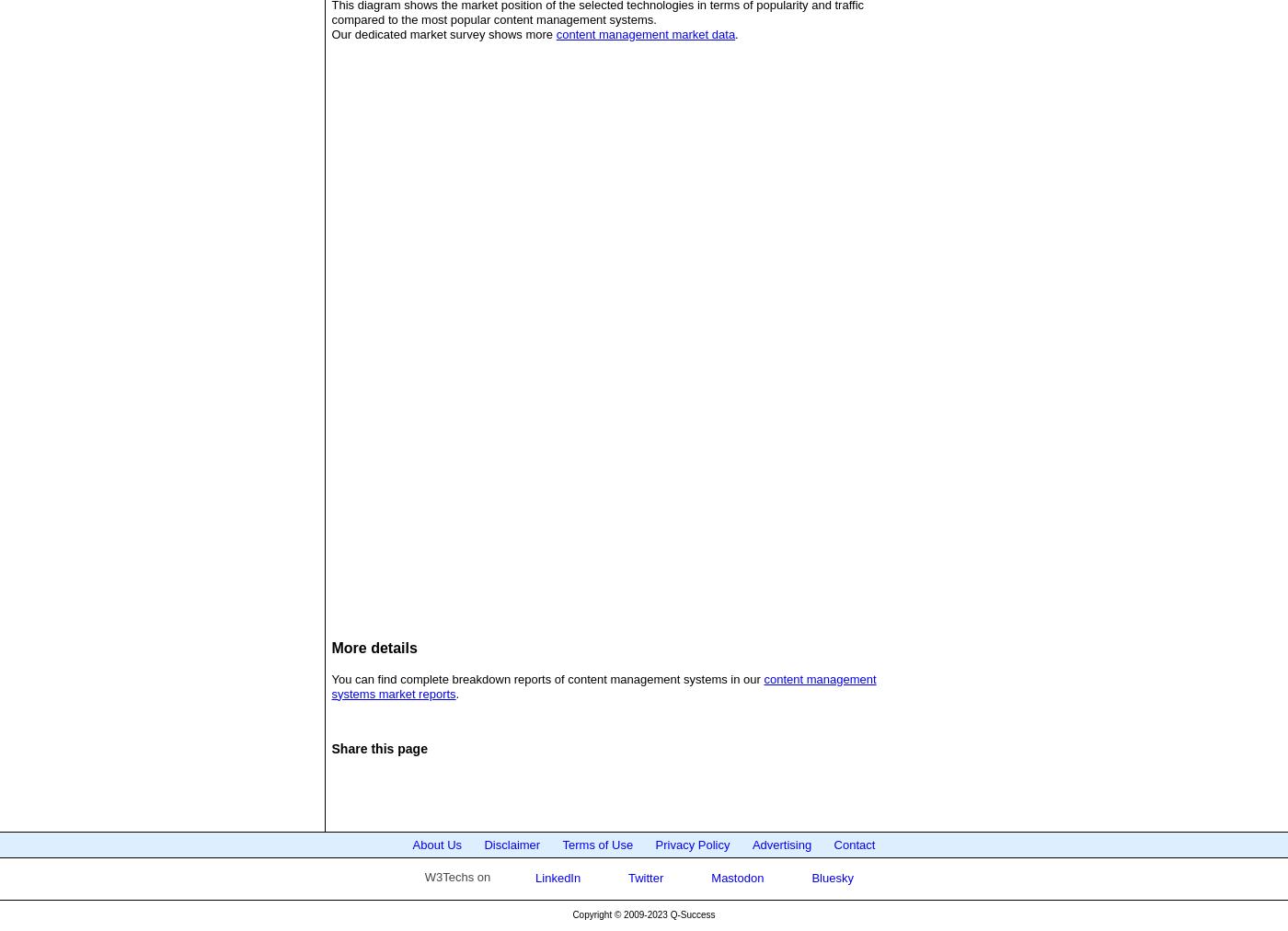 This screenshot has height=931, width=1288. What do you see at coordinates (597, 844) in the screenshot?
I see `'Terms of Use'` at bounding box center [597, 844].